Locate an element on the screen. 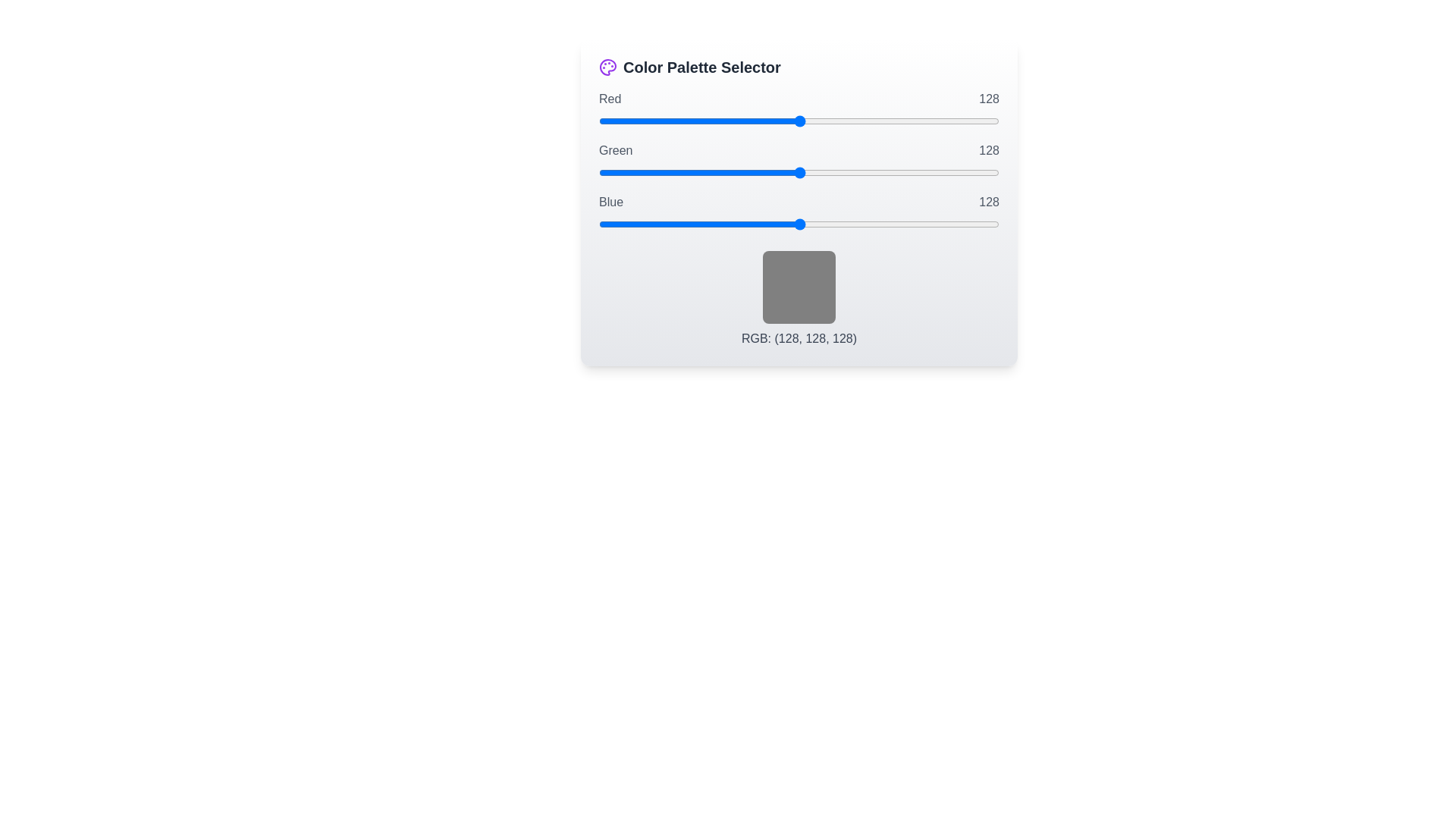 The height and width of the screenshot is (819, 1456). the 1 slider to 240 to observe the color preview box update is located at coordinates (799, 171).